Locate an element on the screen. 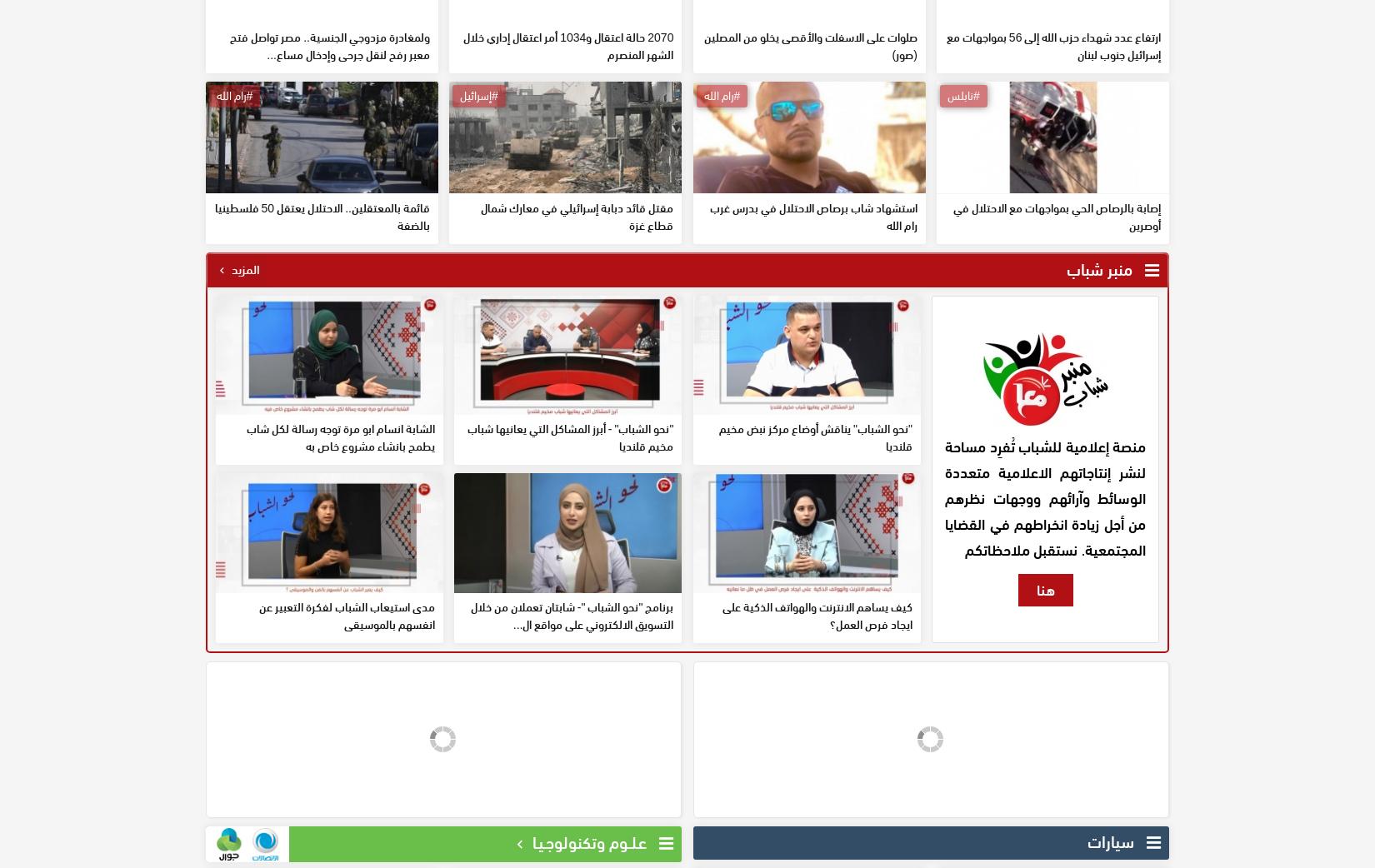  '#نابلس' is located at coordinates (962, 214).